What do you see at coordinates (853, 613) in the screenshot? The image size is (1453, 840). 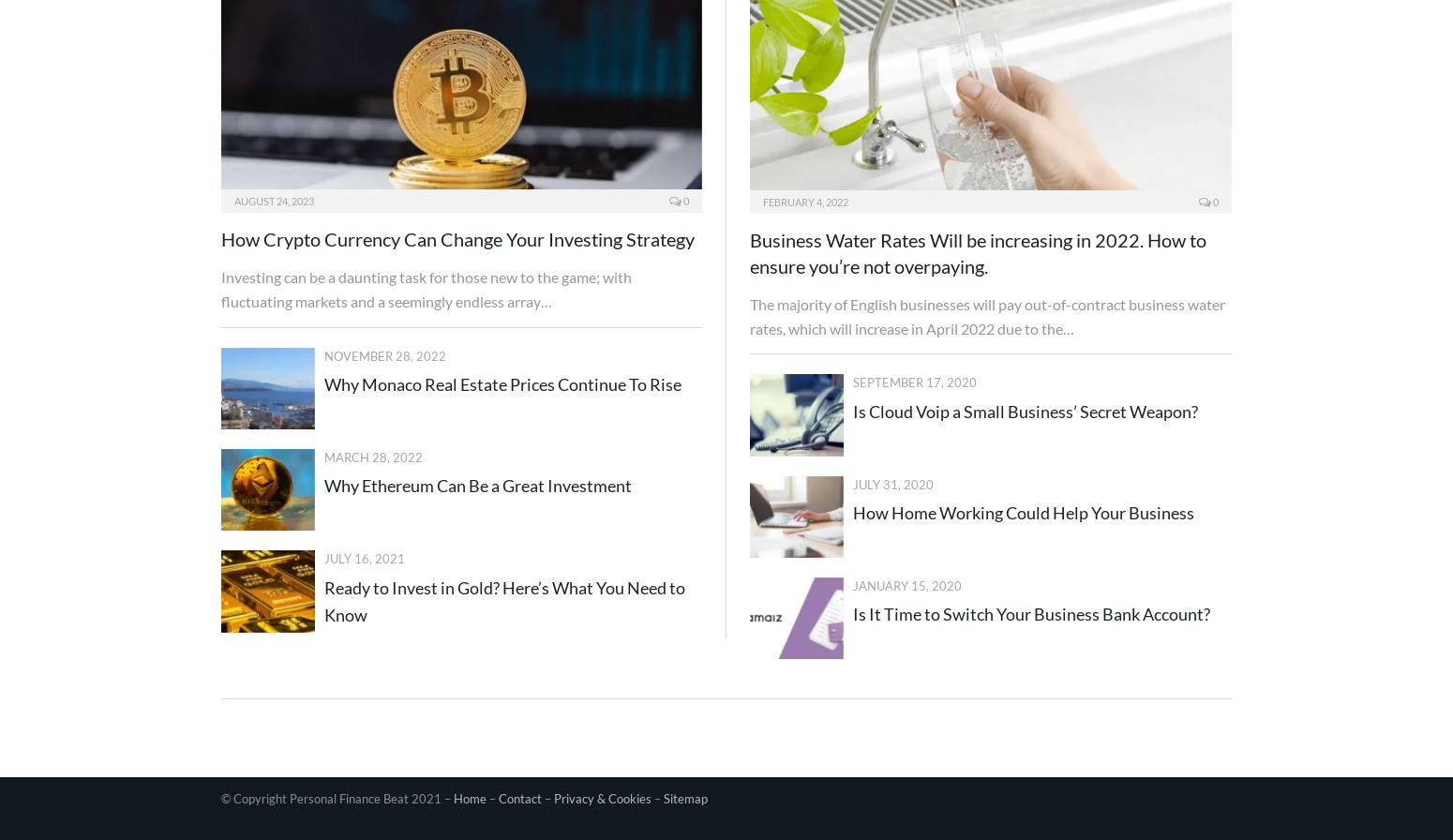 I see `'Is It Time to Switch Your Business Bank Account?'` at bounding box center [853, 613].